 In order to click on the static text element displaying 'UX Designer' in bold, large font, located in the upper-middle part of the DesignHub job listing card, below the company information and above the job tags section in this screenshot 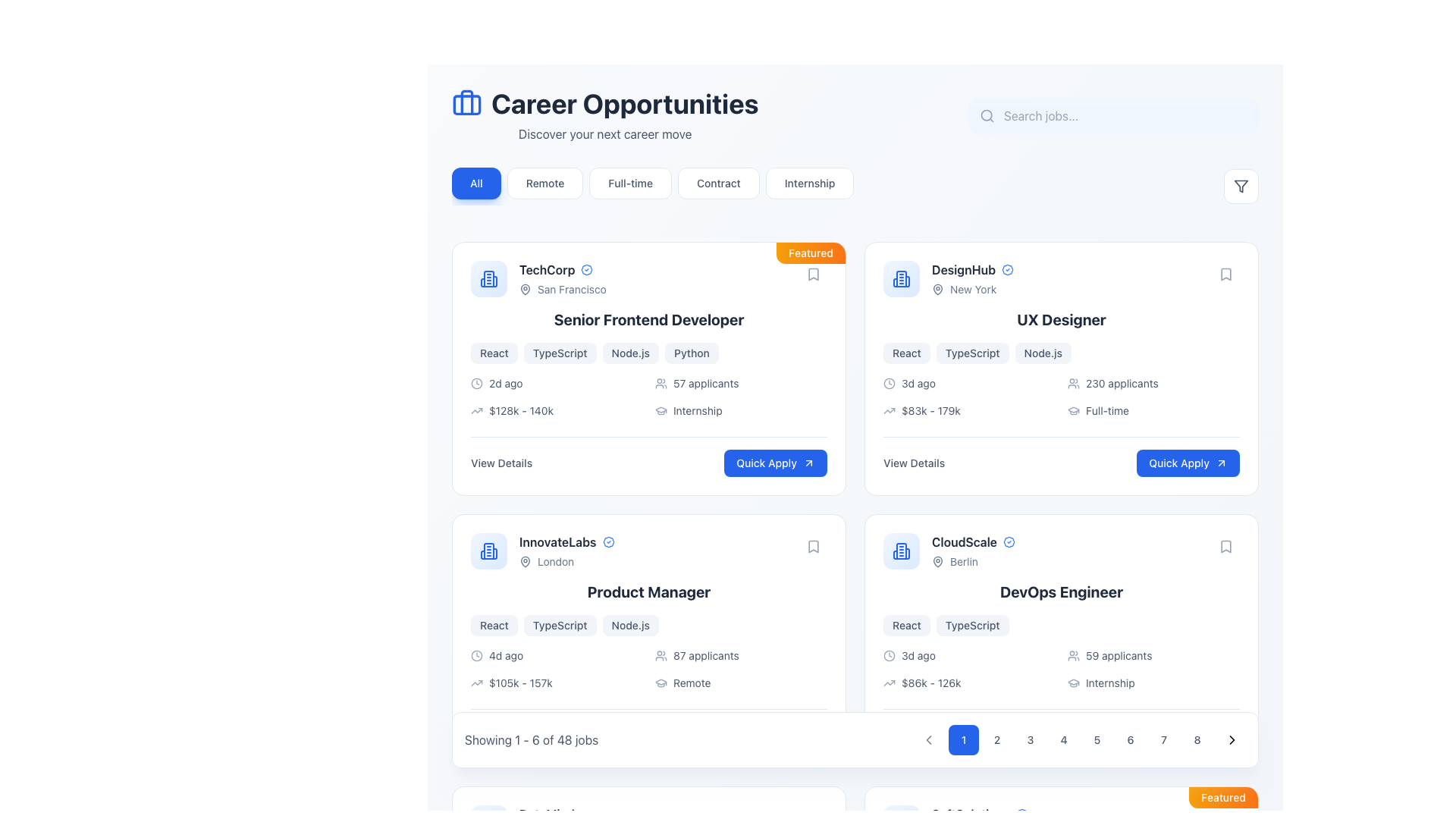, I will do `click(1061, 318)`.